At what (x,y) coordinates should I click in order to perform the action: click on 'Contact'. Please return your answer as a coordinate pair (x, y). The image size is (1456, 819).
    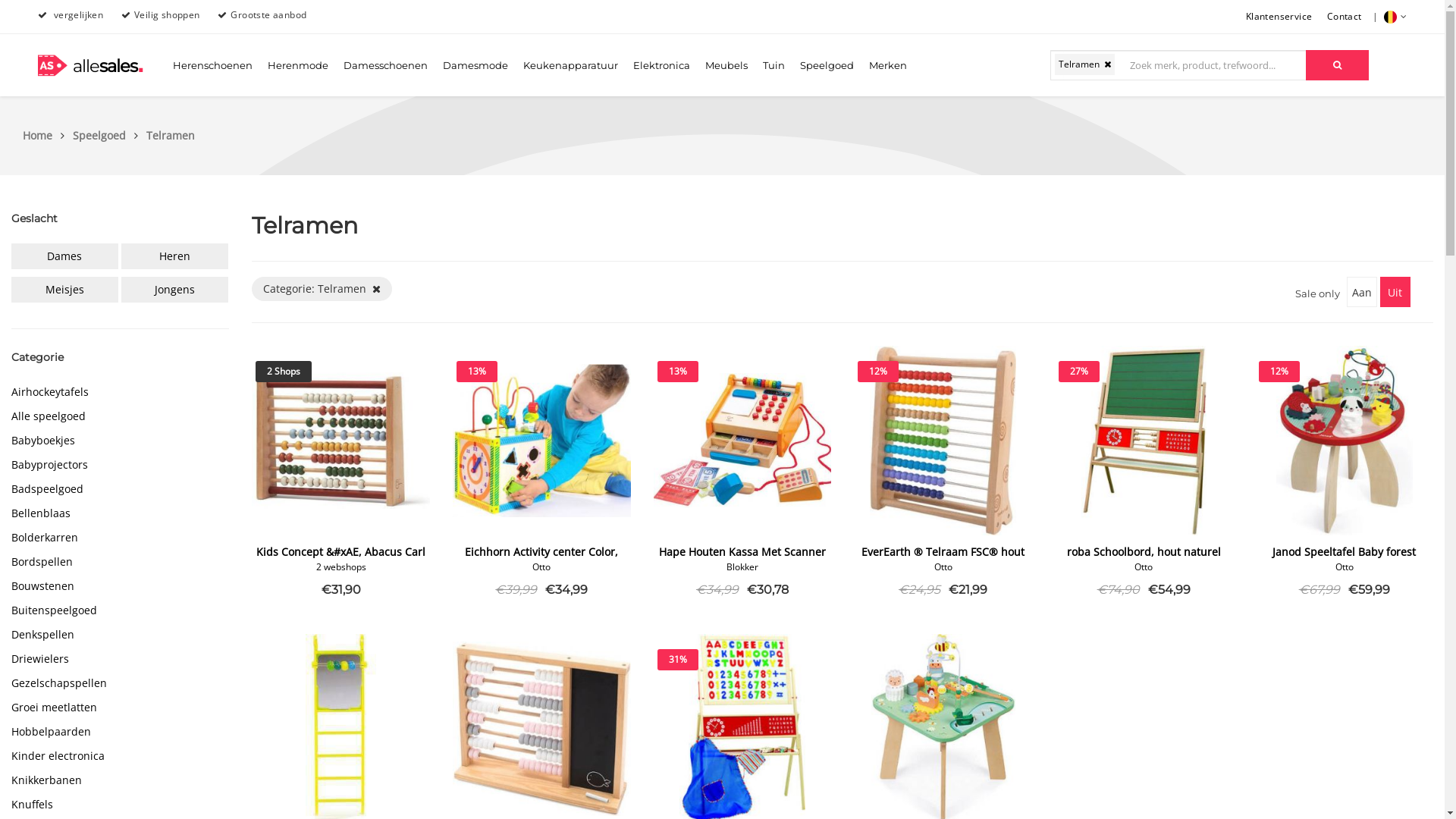
    Looking at the image, I should click on (1344, 17).